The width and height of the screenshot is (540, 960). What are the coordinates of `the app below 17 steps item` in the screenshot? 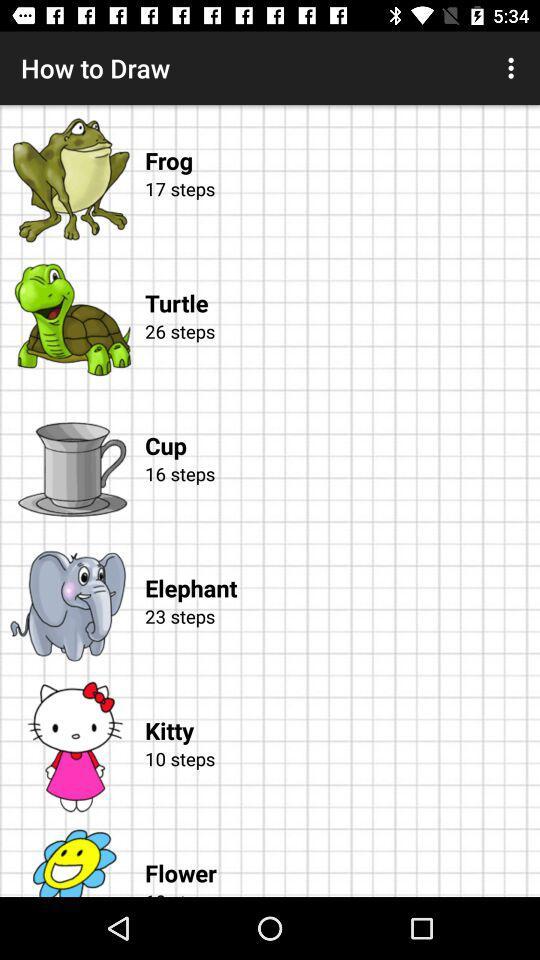 It's located at (341, 282).